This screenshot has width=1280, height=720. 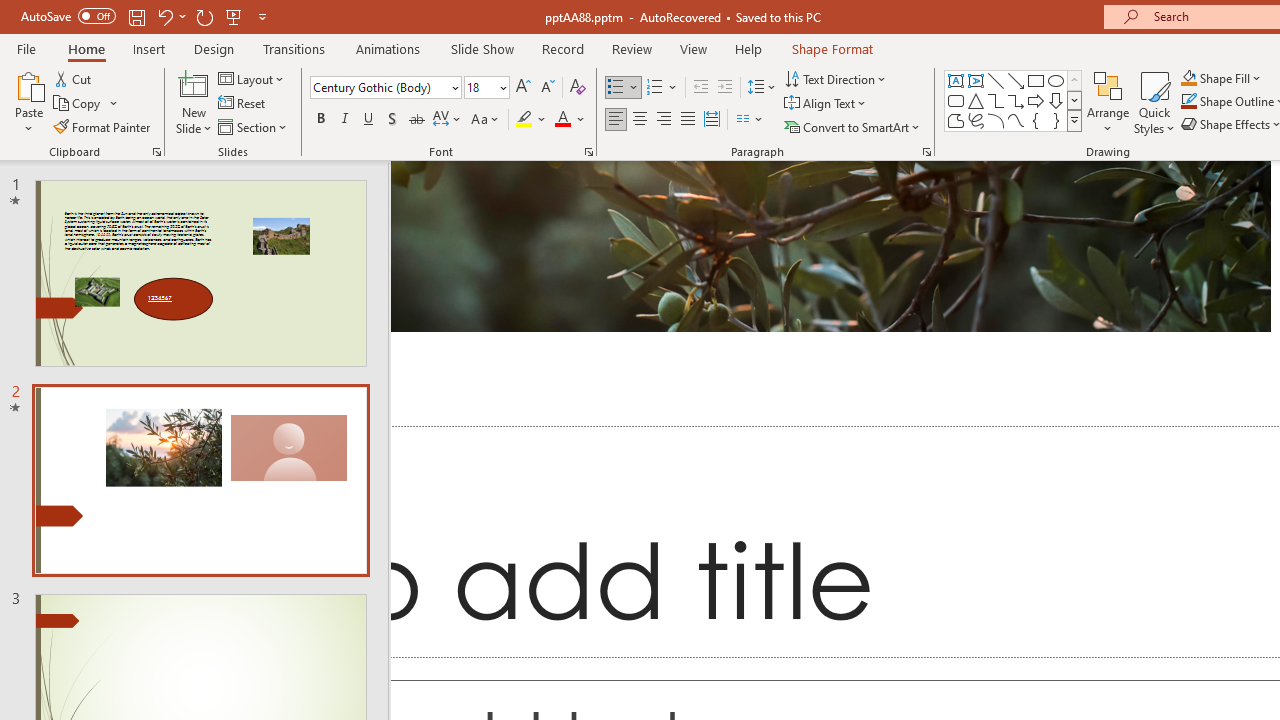 What do you see at coordinates (955, 100) in the screenshot?
I see `'Rectangle: Rounded Corners'` at bounding box center [955, 100].